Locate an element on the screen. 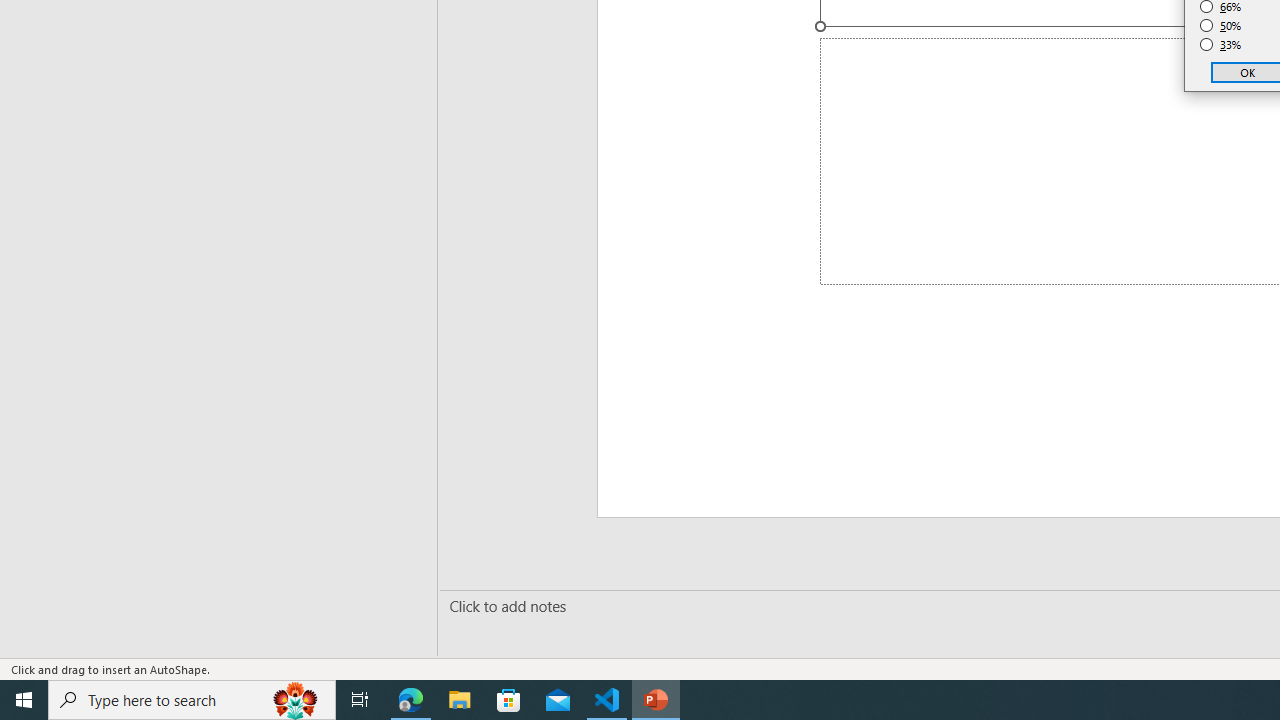  'Microsoft Edge - 1 running window' is located at coordinates (410, 698).